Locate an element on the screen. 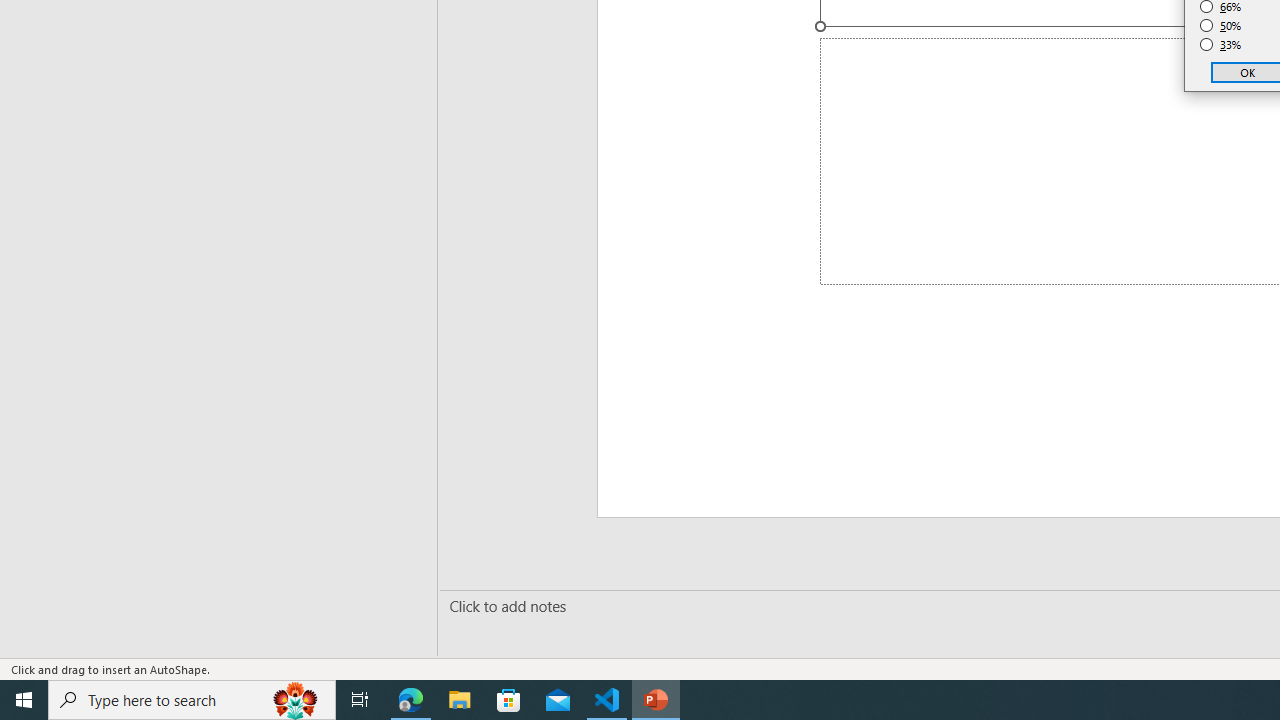  'Microsoft Edge - 1 running window' is located at coordinates (410, 698).